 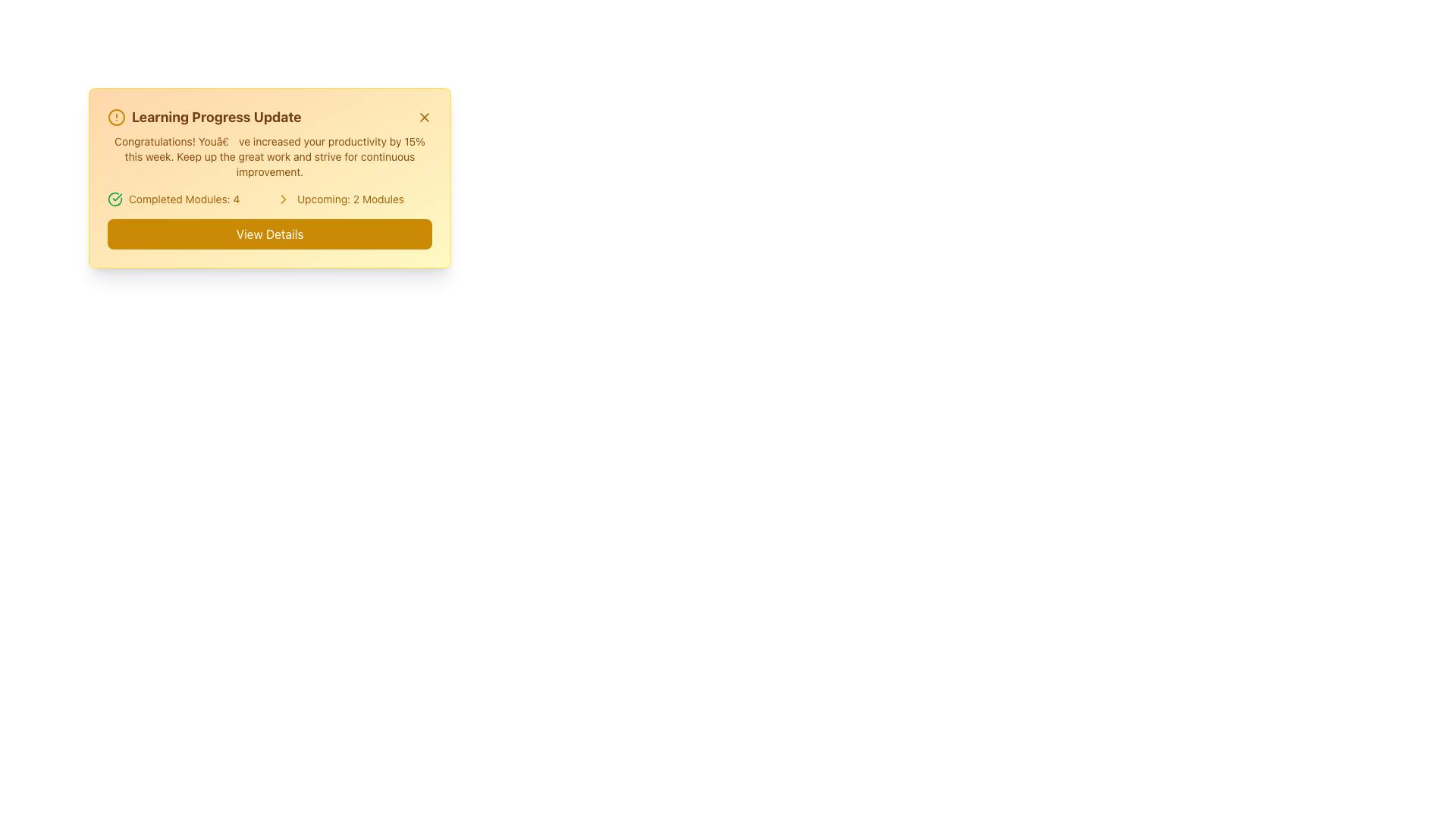 I want to click on the green circular icon with a checkmark inside, located next to the 'Completed Modules: 4' text in the Learning Progress Update message, so click(x=115, y=198).